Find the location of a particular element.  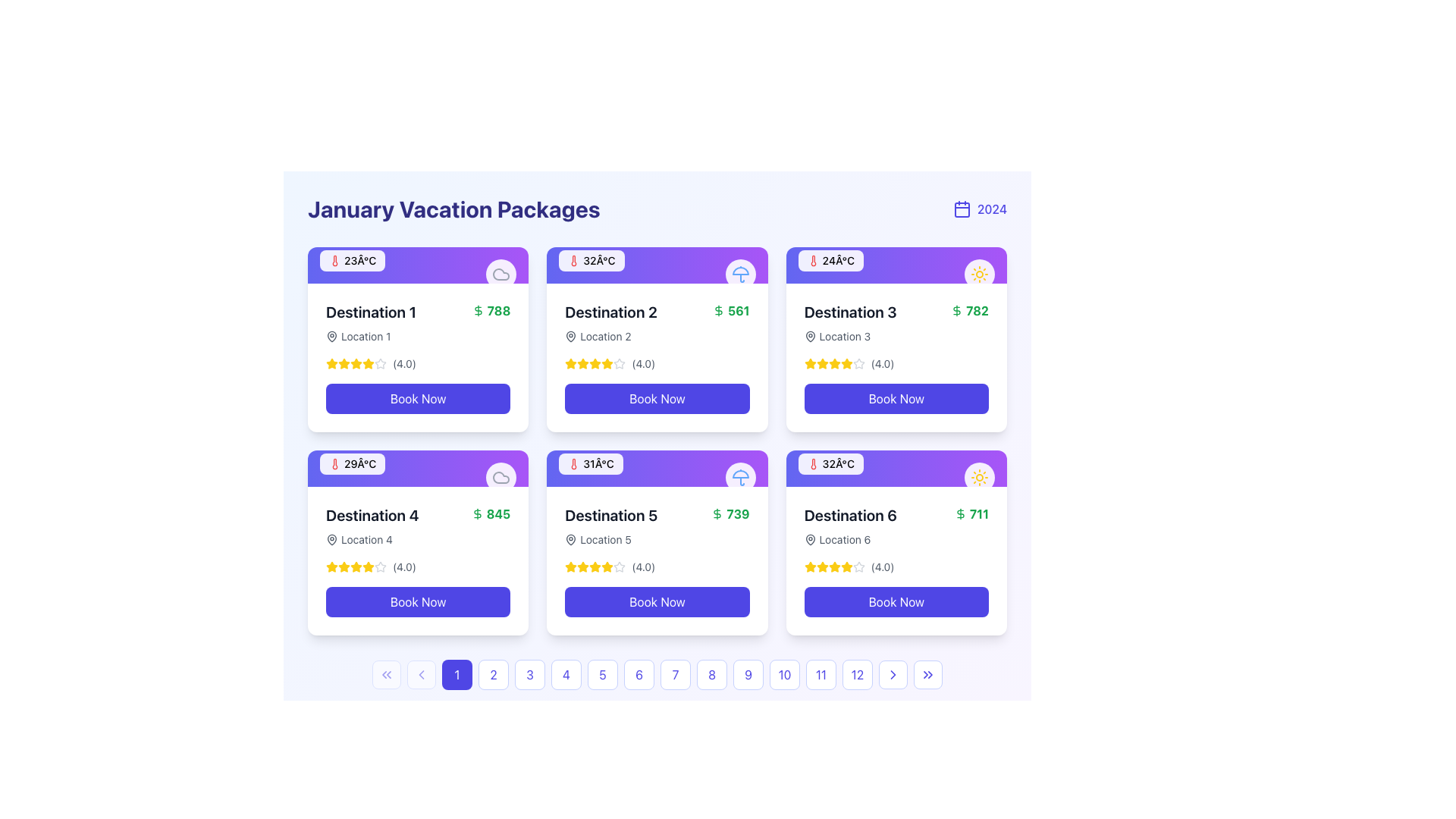

the third yellow filled rating star in the rating section of the card for 'Destination 1' is located at coordinates (344, 363).